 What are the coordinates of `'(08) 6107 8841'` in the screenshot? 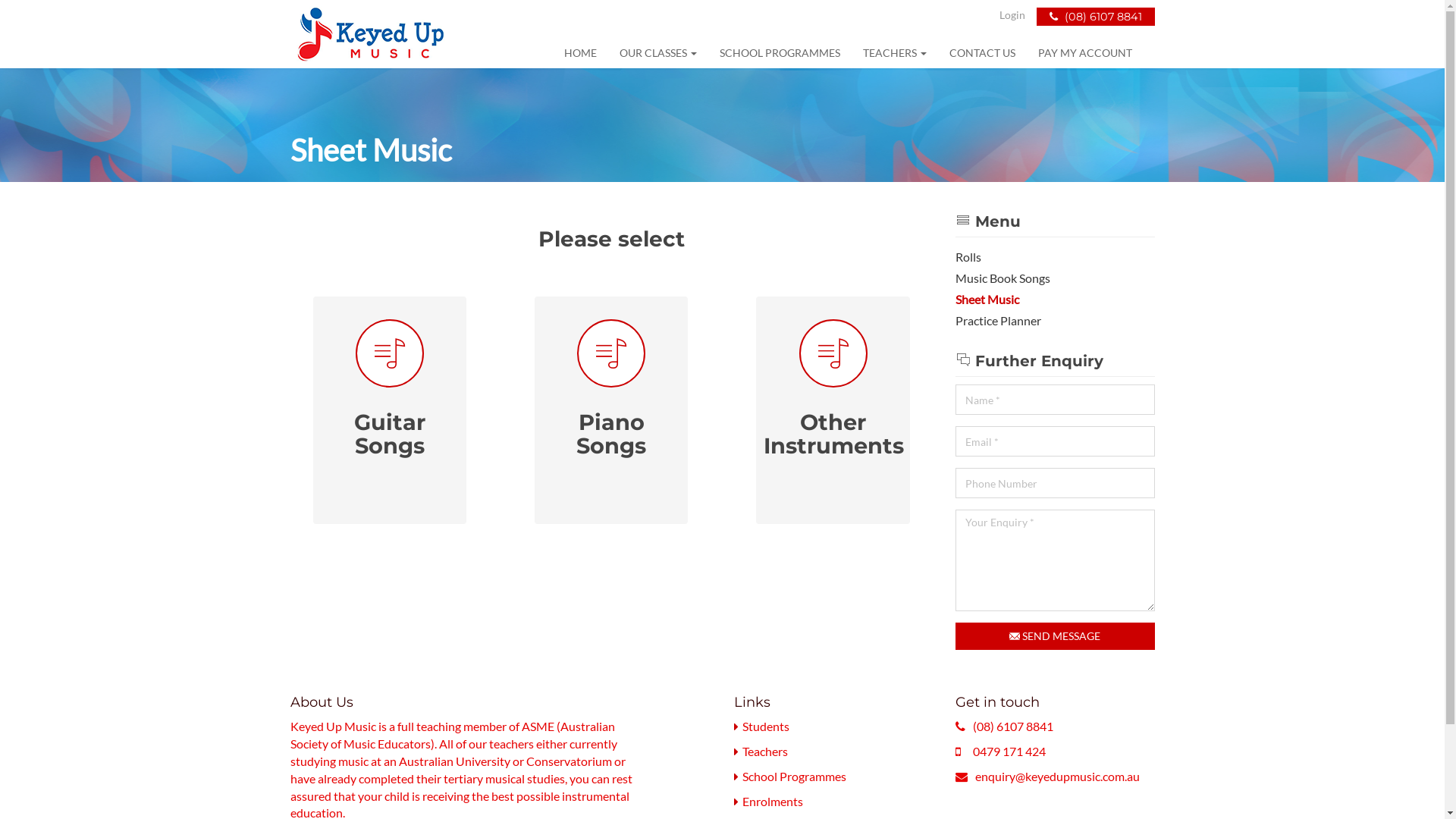 It's located at (1095, 17).